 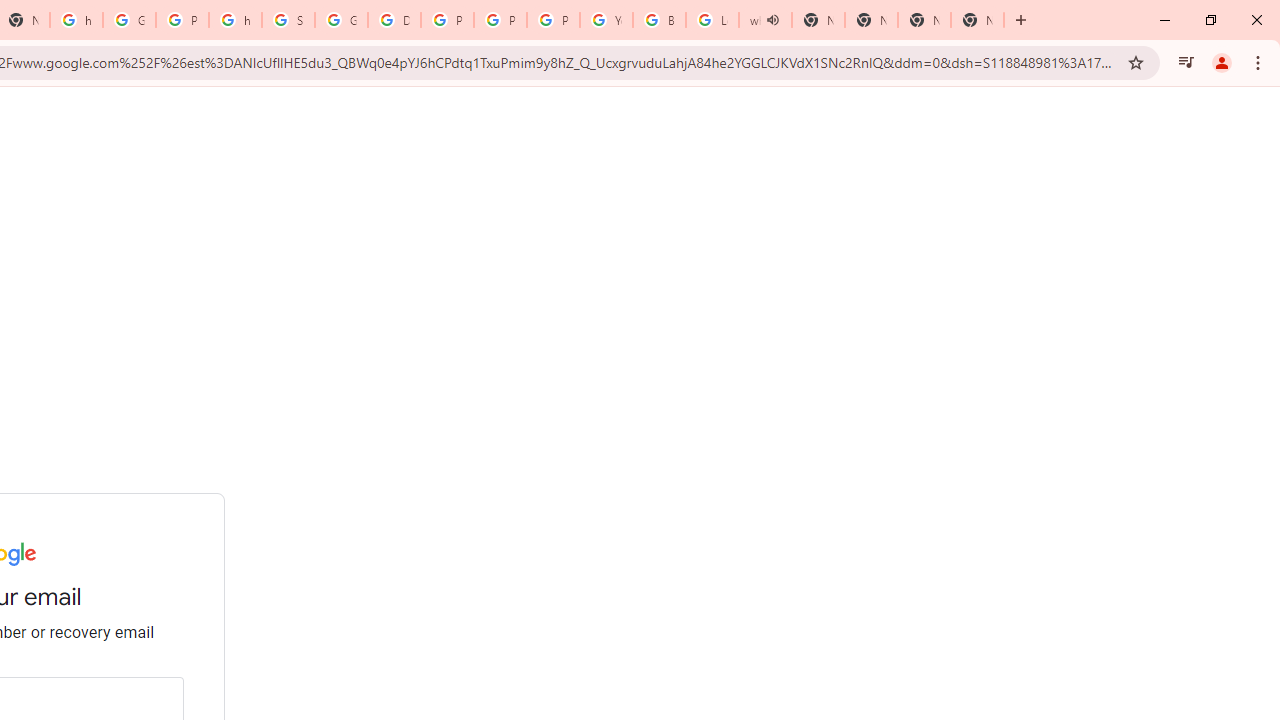 I want to click on 'Privacy Help Center - Policies Help', so click(x=446, y=20).